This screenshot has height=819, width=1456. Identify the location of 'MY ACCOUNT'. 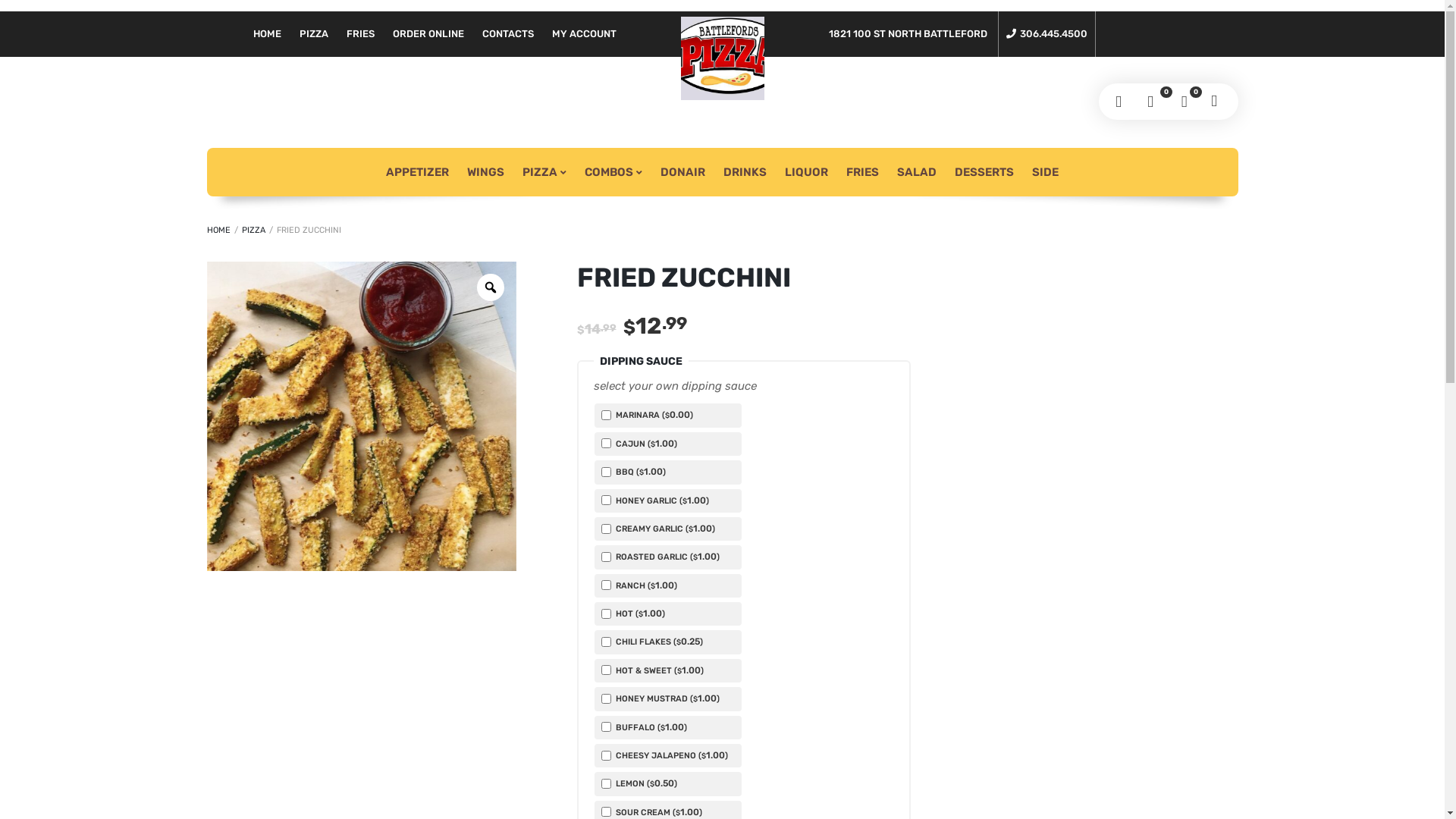
(583, 34).